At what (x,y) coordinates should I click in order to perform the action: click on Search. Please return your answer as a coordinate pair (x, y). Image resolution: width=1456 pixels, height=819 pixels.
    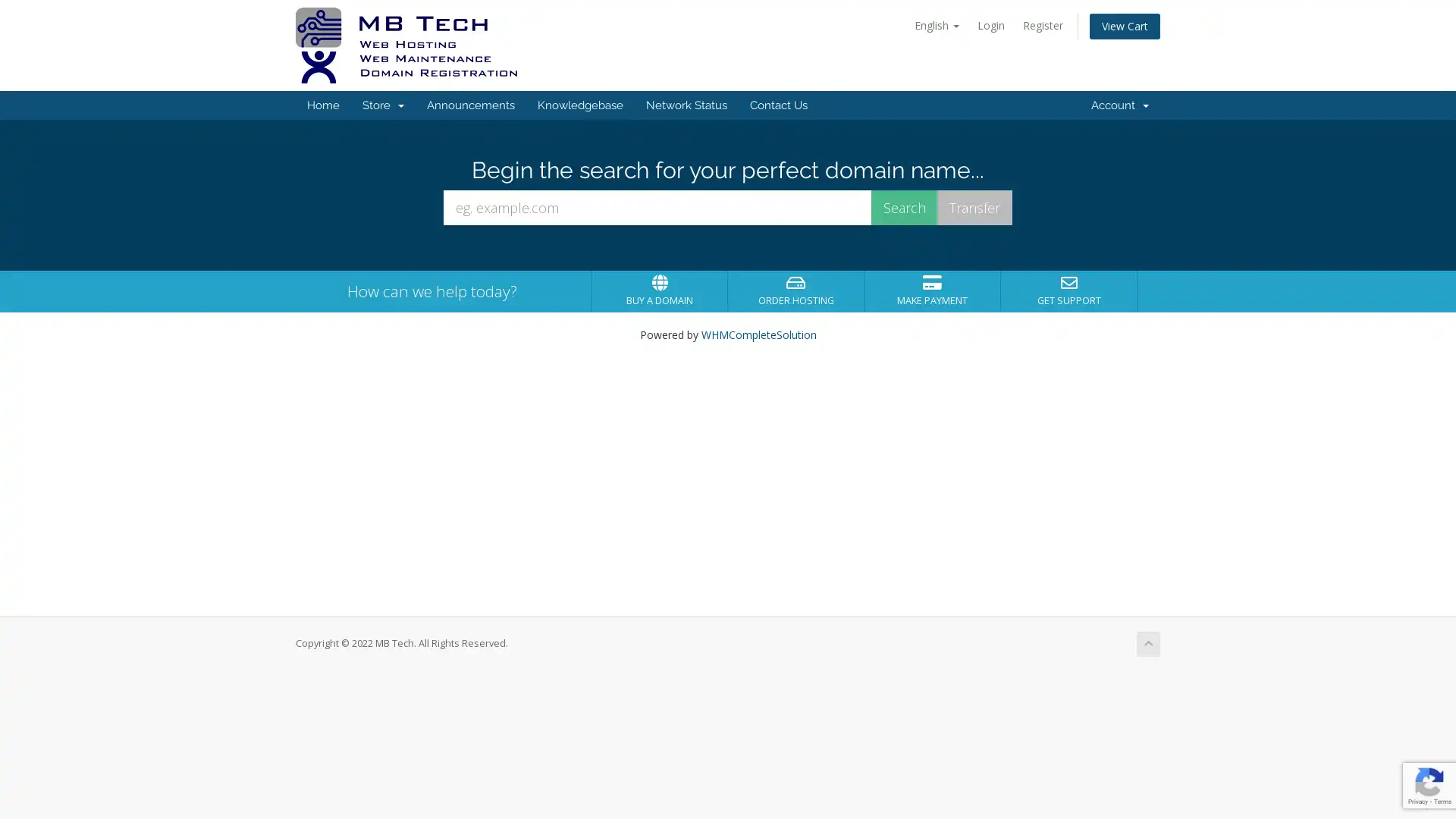
    Looking at the image, I should click on (905, 207).